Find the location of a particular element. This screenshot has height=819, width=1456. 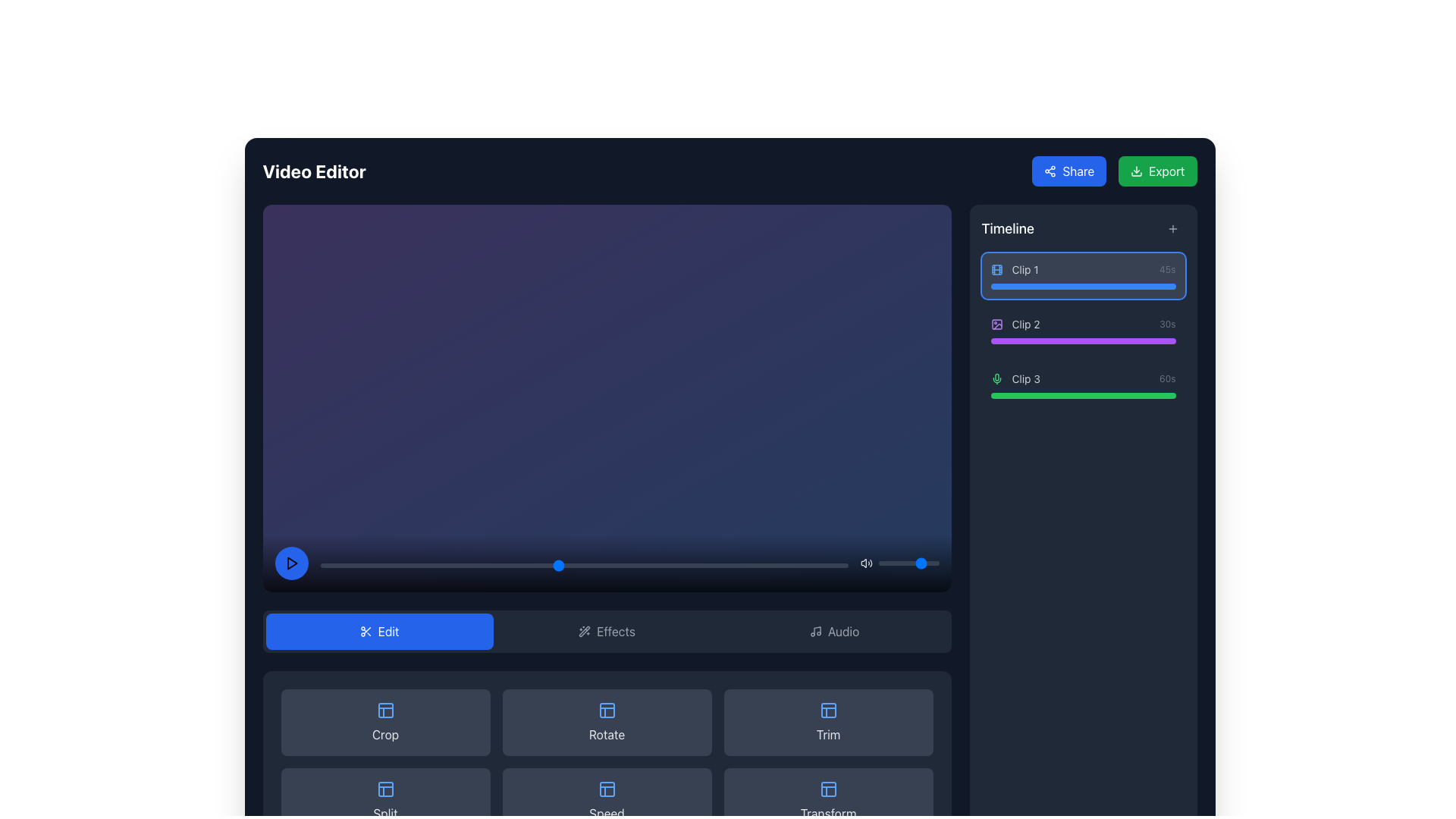

the 'Edit' button located at the leftmost position among three buttons beneath the video player panel is located at coordinates (379, 631).